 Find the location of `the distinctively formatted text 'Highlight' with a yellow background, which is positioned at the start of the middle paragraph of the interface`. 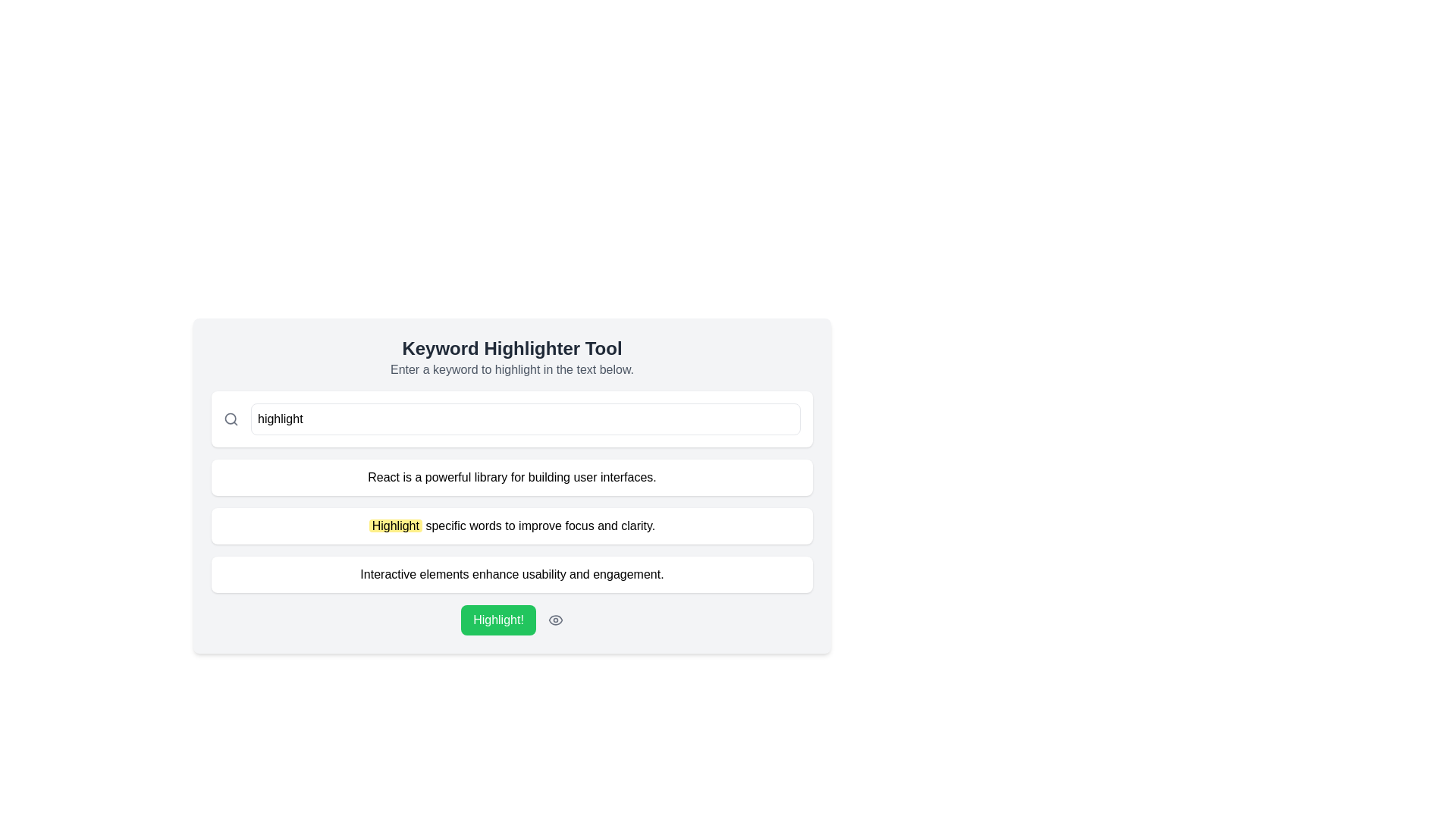

the distinctively formatted text 'Highlight' with a yellow background, which is positioned at the start of the middle paragraph of the interface is located at coordinates (395, 525).